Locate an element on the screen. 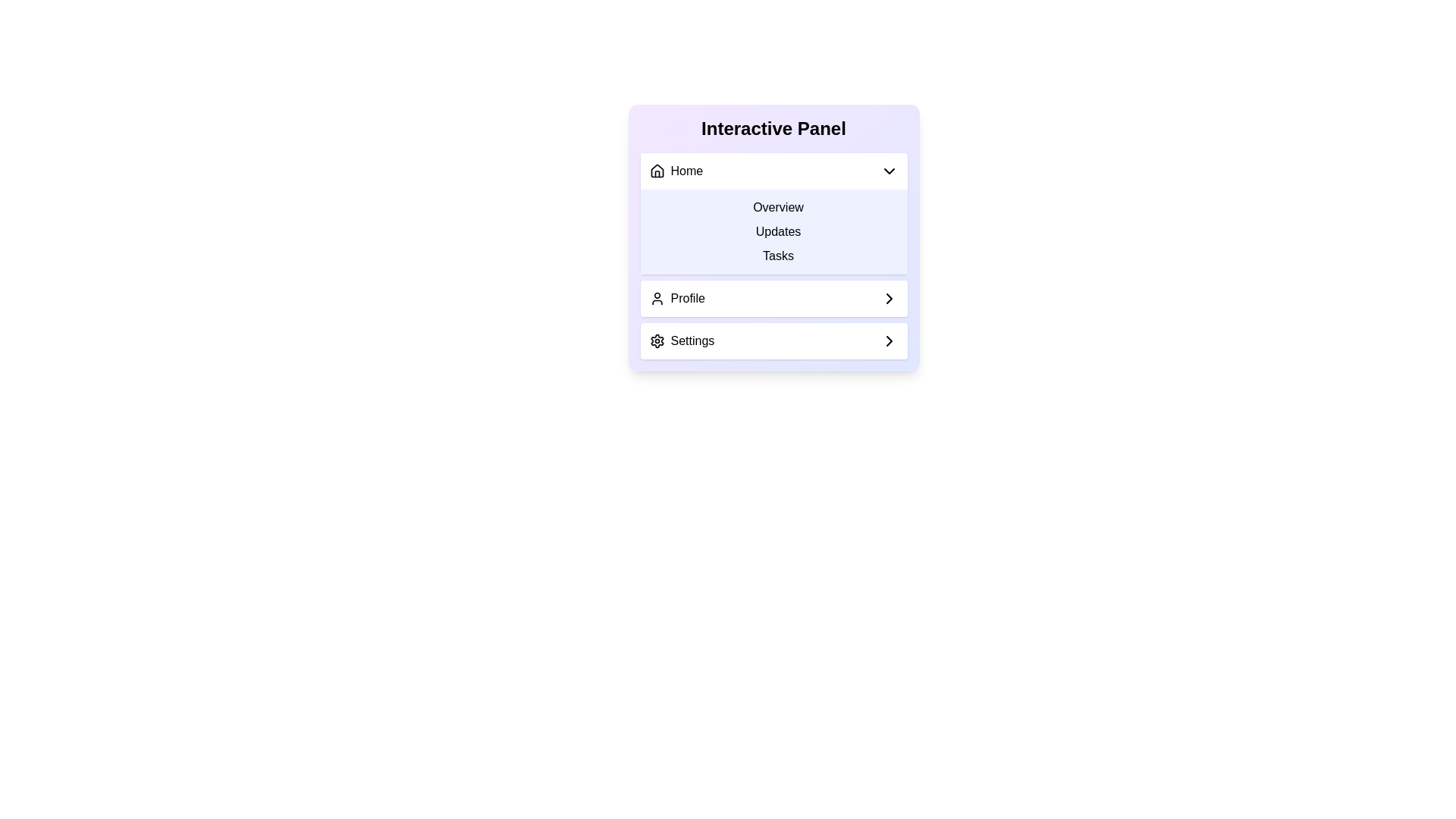 The height and width of the screenshot is (819, 1456). the red house-shaped icon located in the header section, adjacent to the 'Home' text, as a visual cue is located at coordinates (657, 171).